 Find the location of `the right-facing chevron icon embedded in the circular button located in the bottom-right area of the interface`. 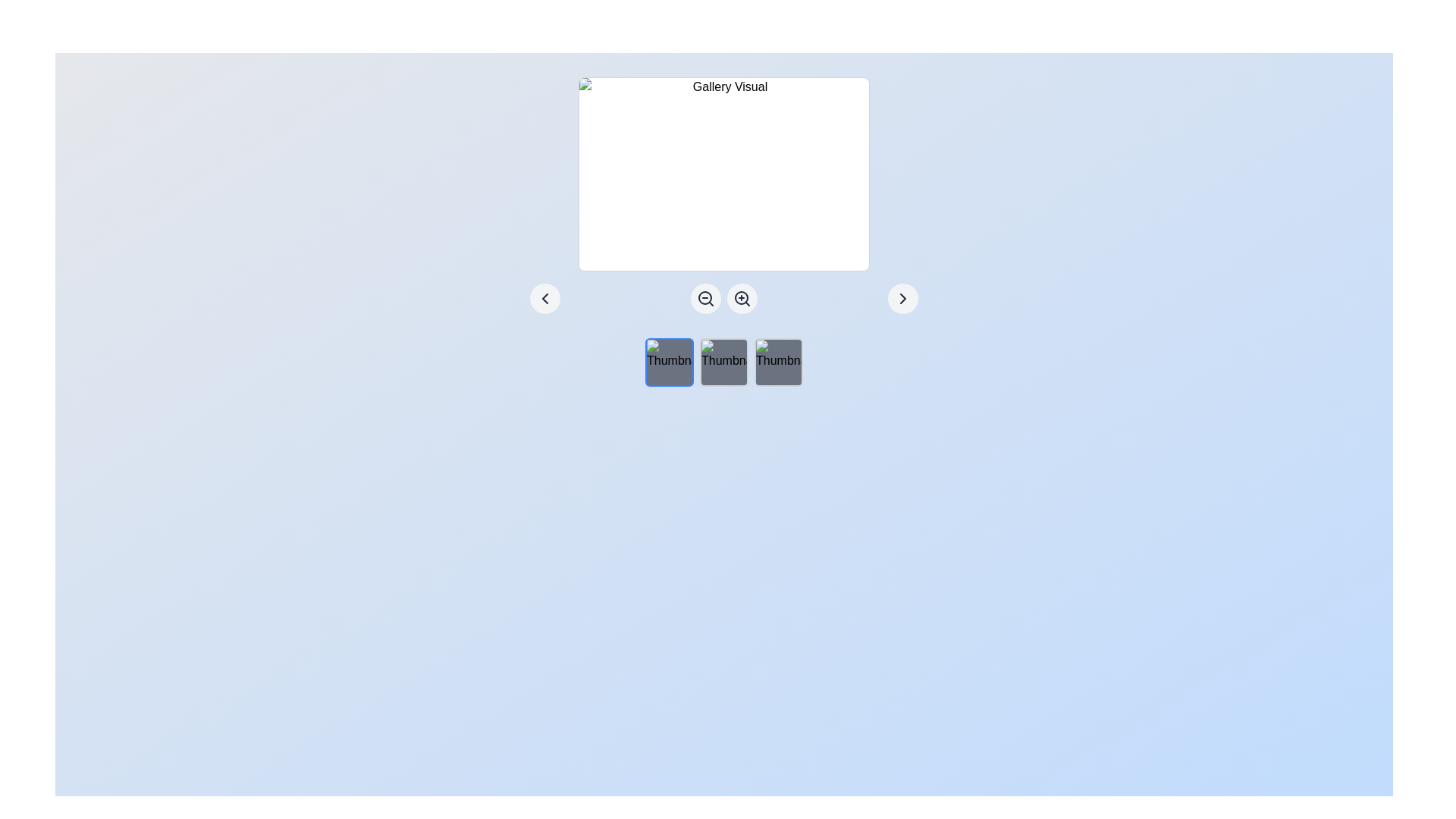

the right-facing chevron icon embedded in the circular button located in the bottom-right area of the interface is located at coordinates (902, 298).